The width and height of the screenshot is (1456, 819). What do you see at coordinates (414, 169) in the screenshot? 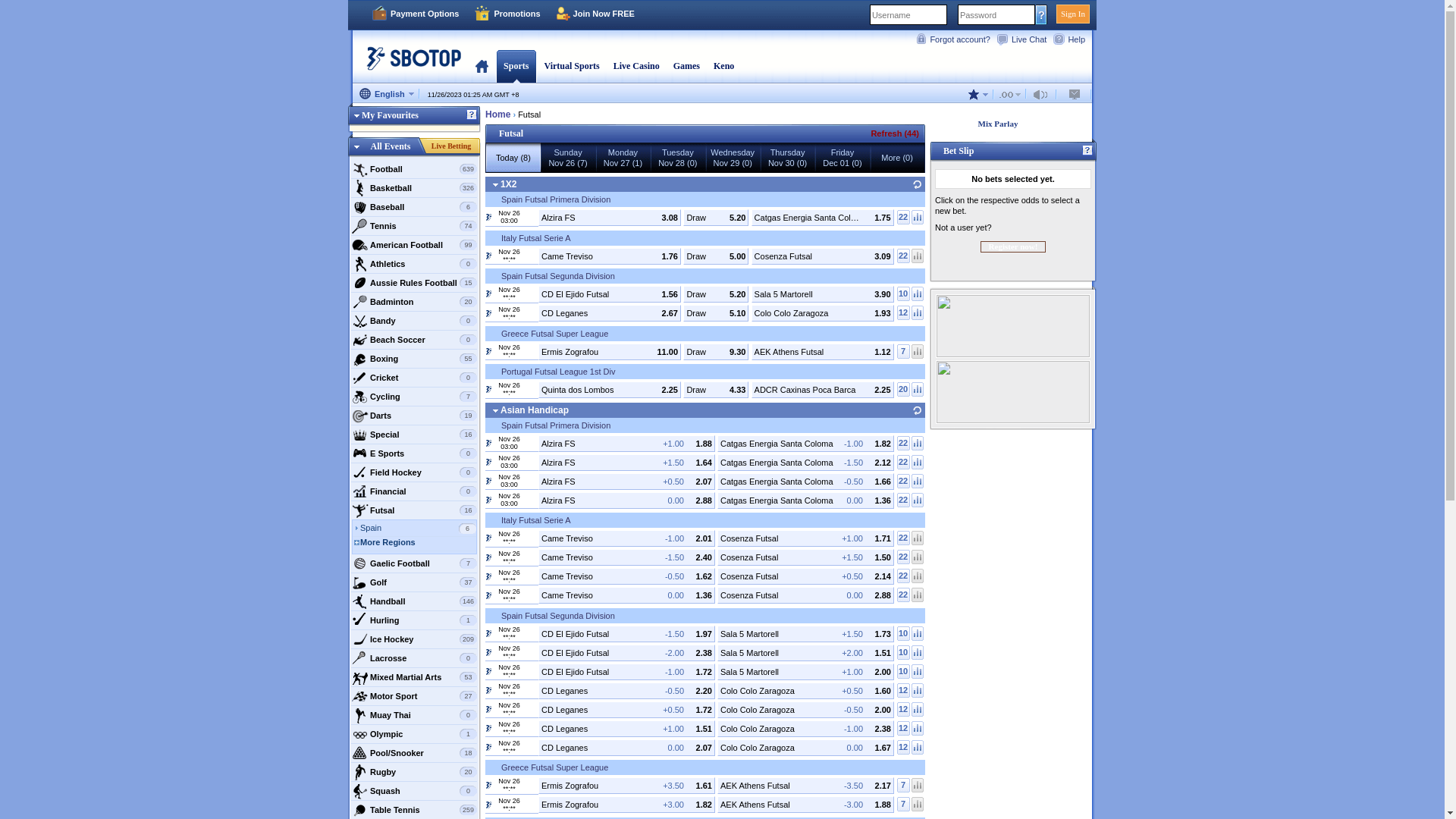
I see `'Football` at bounding box center [414, 169].